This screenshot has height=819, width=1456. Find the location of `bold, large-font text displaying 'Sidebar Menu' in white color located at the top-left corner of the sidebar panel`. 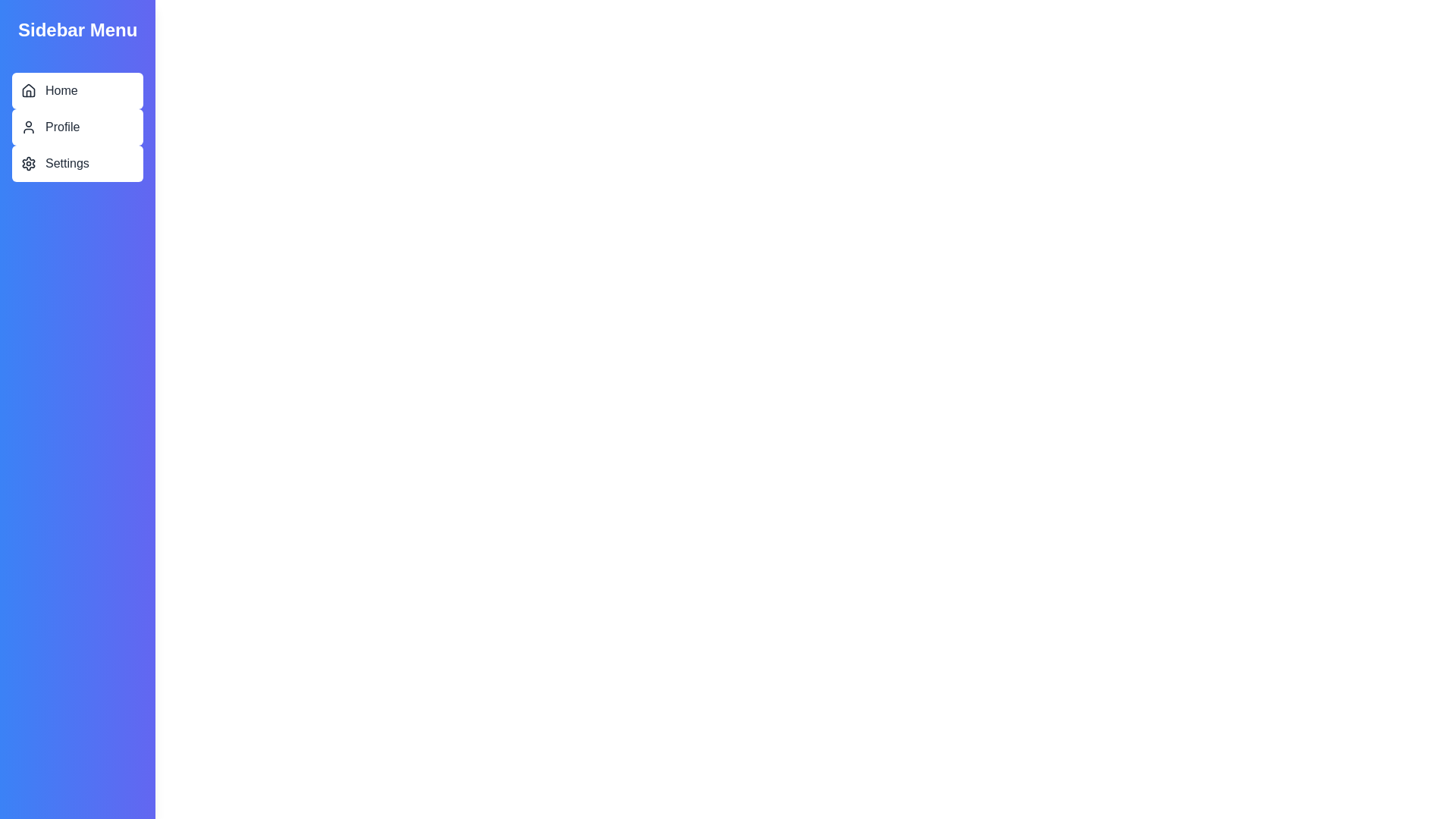

bold, large-font text displaying 'Sidebar Menu' in white color located at the top-left corner of the sidebar panel is located at coordinates (77, 30).